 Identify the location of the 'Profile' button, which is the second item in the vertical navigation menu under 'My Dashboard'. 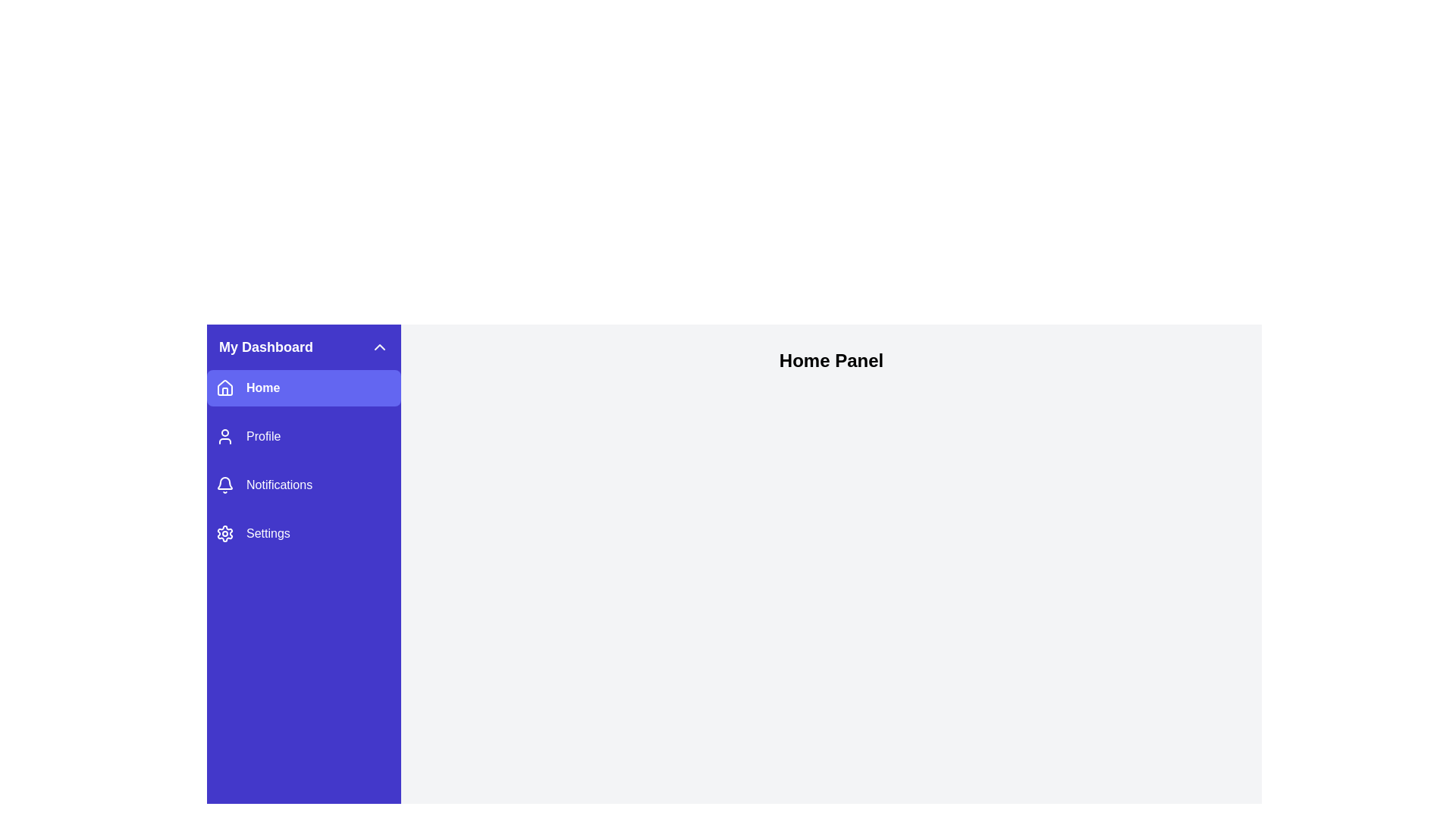
(303, 436).